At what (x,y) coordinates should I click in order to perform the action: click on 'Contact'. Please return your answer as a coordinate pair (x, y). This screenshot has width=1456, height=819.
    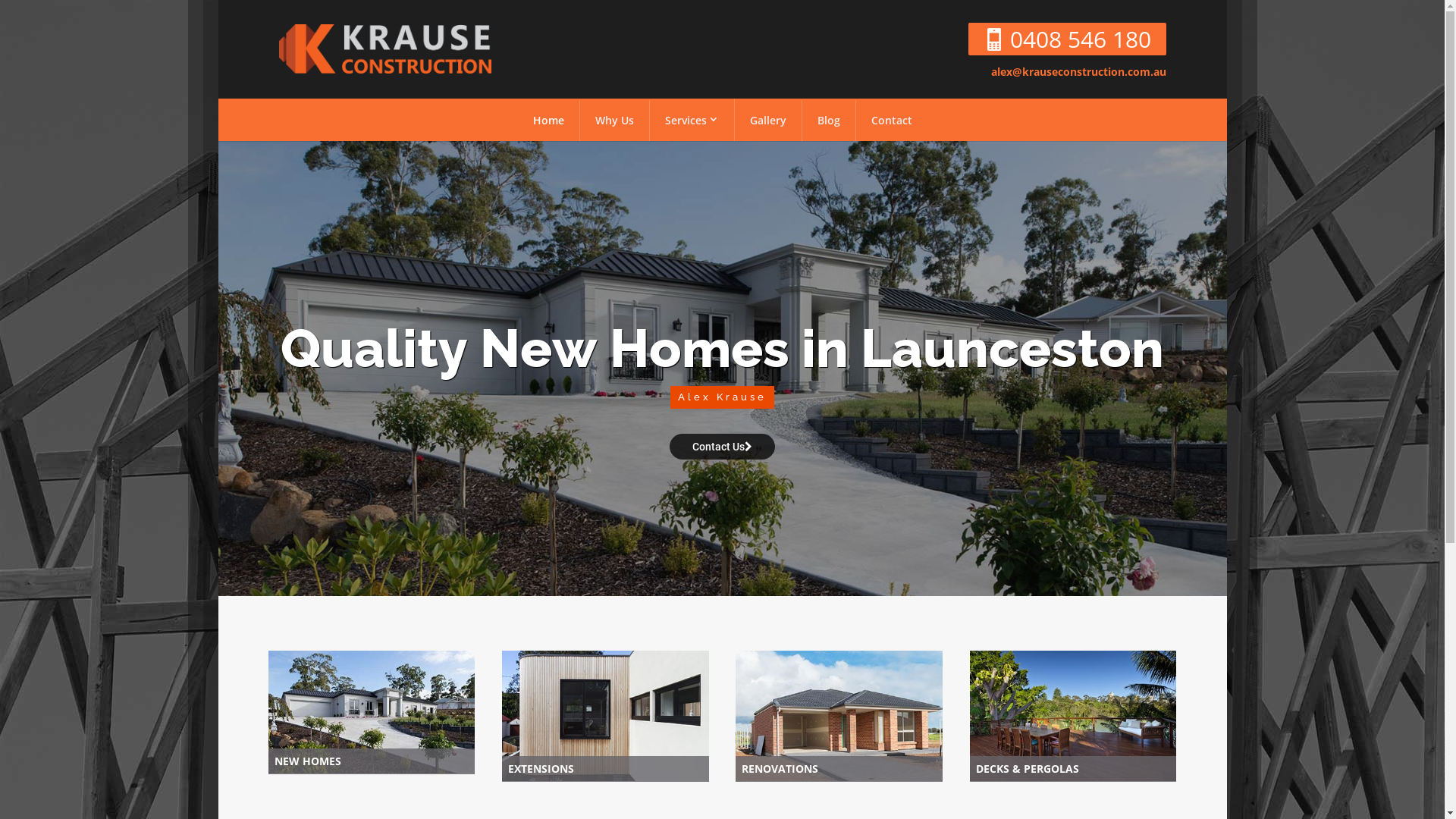
    Looking at the image, I should click on (891, 119).